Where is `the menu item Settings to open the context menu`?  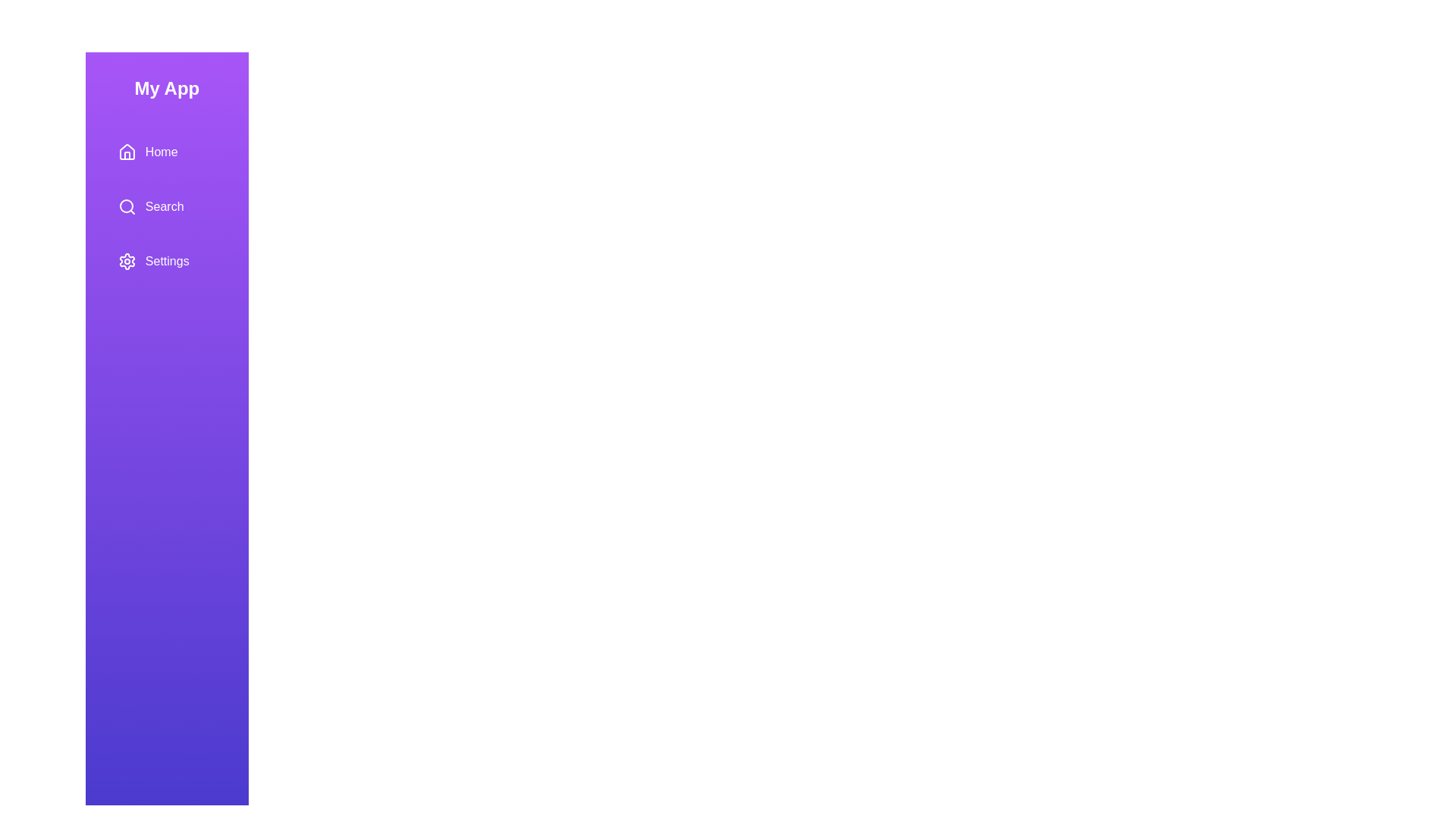 the menu item Settings to open the context menu is located at coordinates (167, 260).